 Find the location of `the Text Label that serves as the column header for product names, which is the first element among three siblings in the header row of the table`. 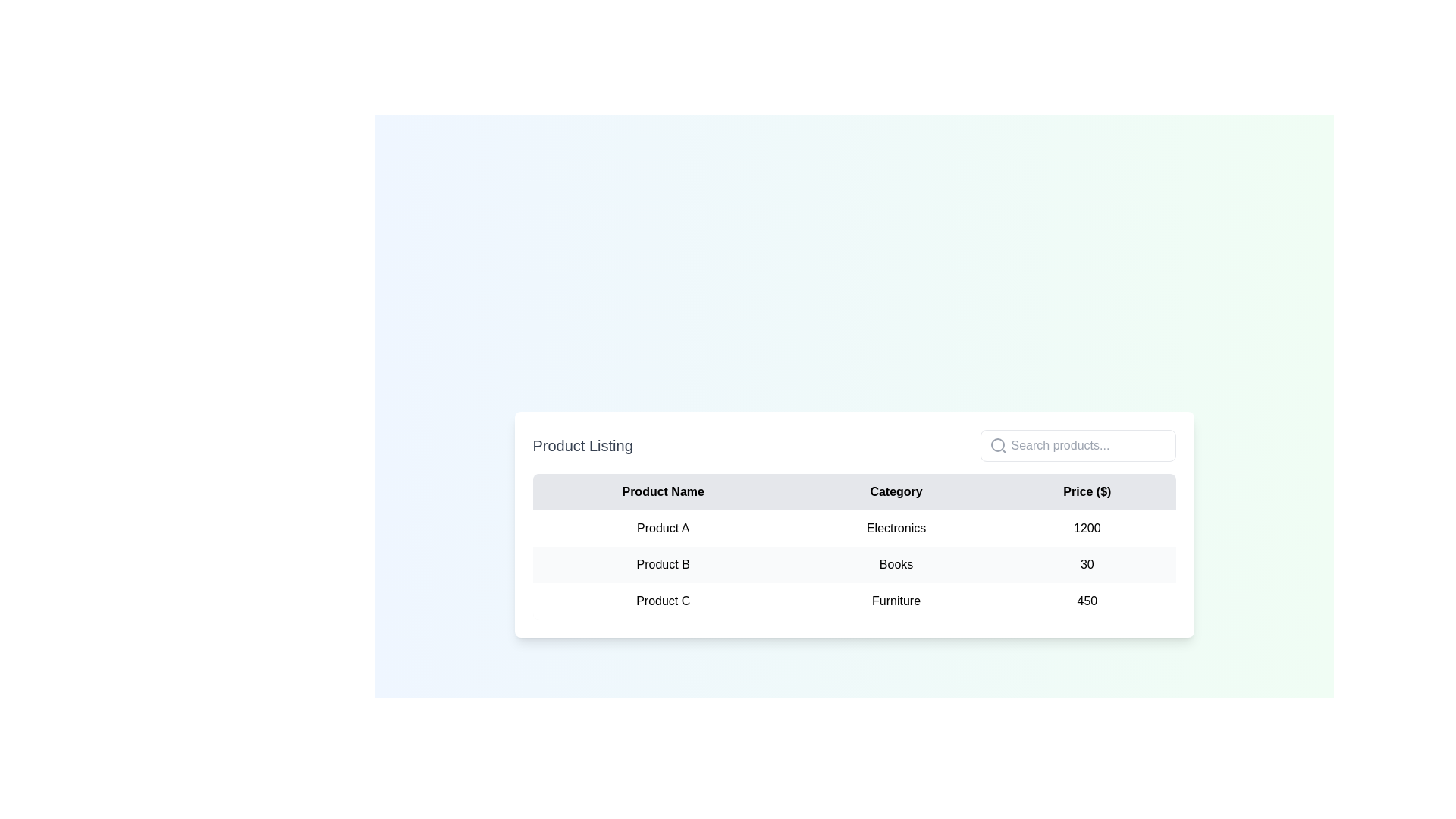

the Text Label that serves as the column header for product names, which is the first element among three siblings in the header row of the table is located at coordinates (663, 491).